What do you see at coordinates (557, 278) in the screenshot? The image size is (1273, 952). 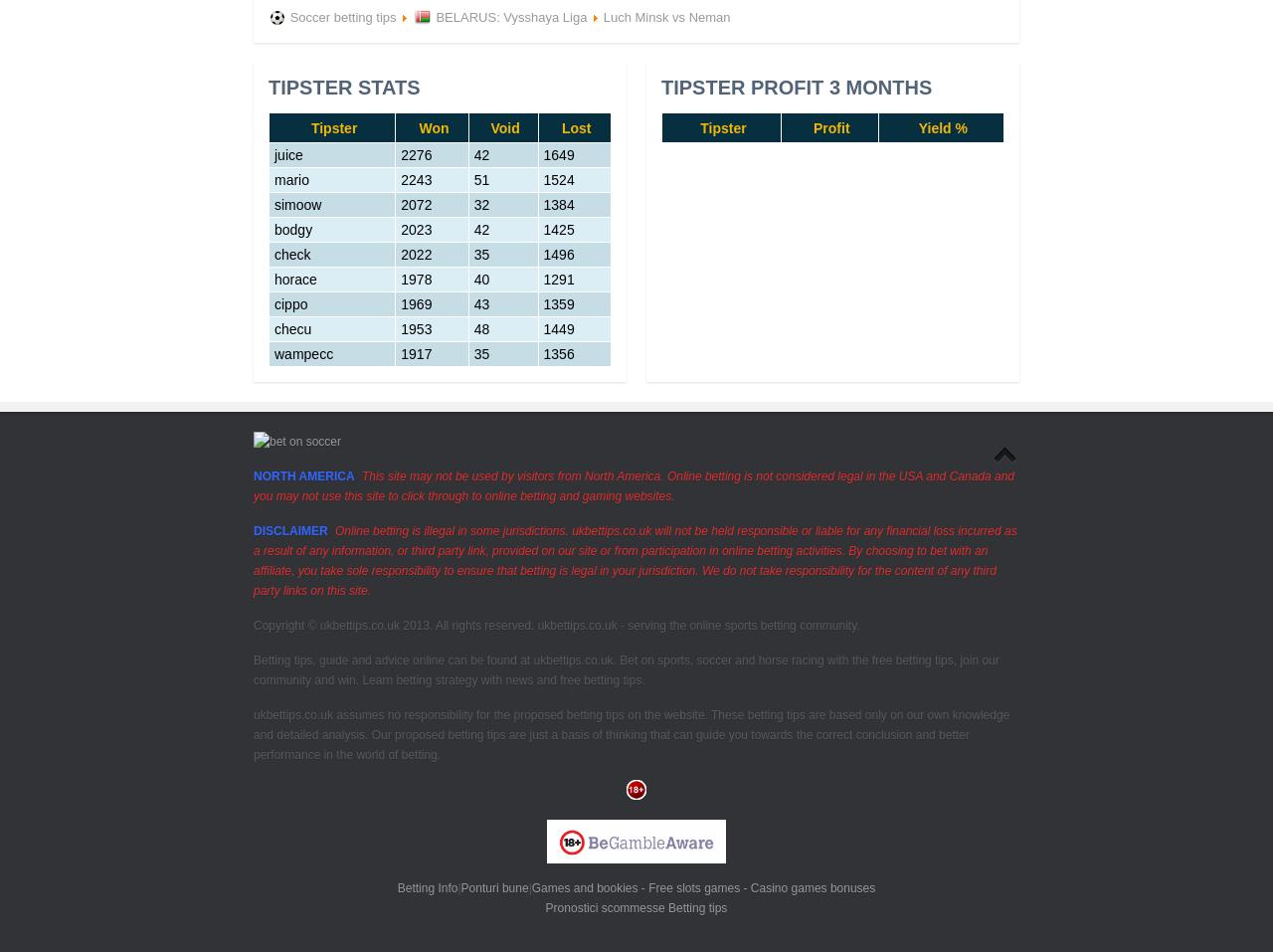 I see `'1291'` at bounding box center [557, 278].